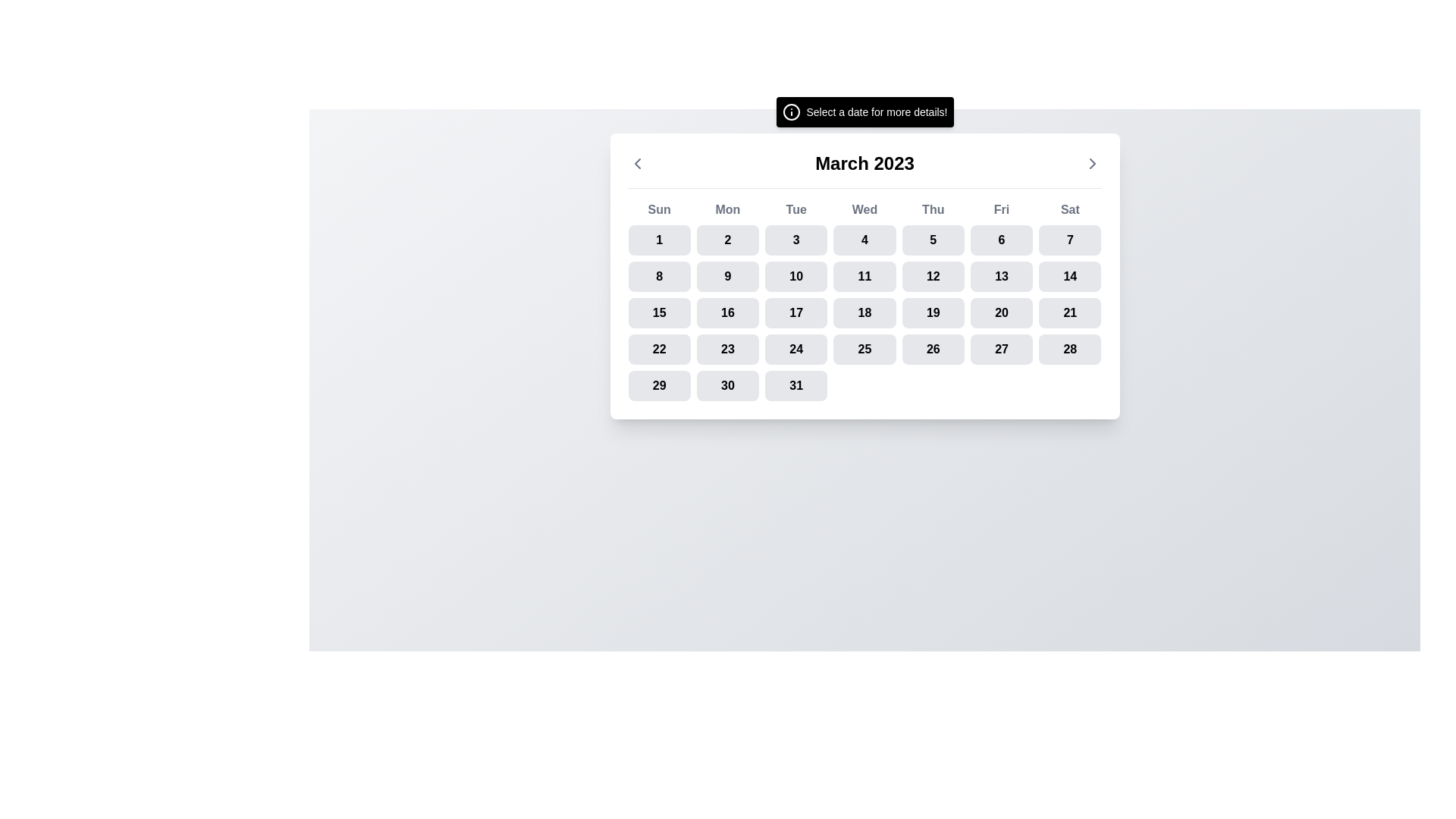 The image size is (1456, 819). I want to click on the button-like UI component displaying the date '19' in the calendar grid, so click(932, 312).